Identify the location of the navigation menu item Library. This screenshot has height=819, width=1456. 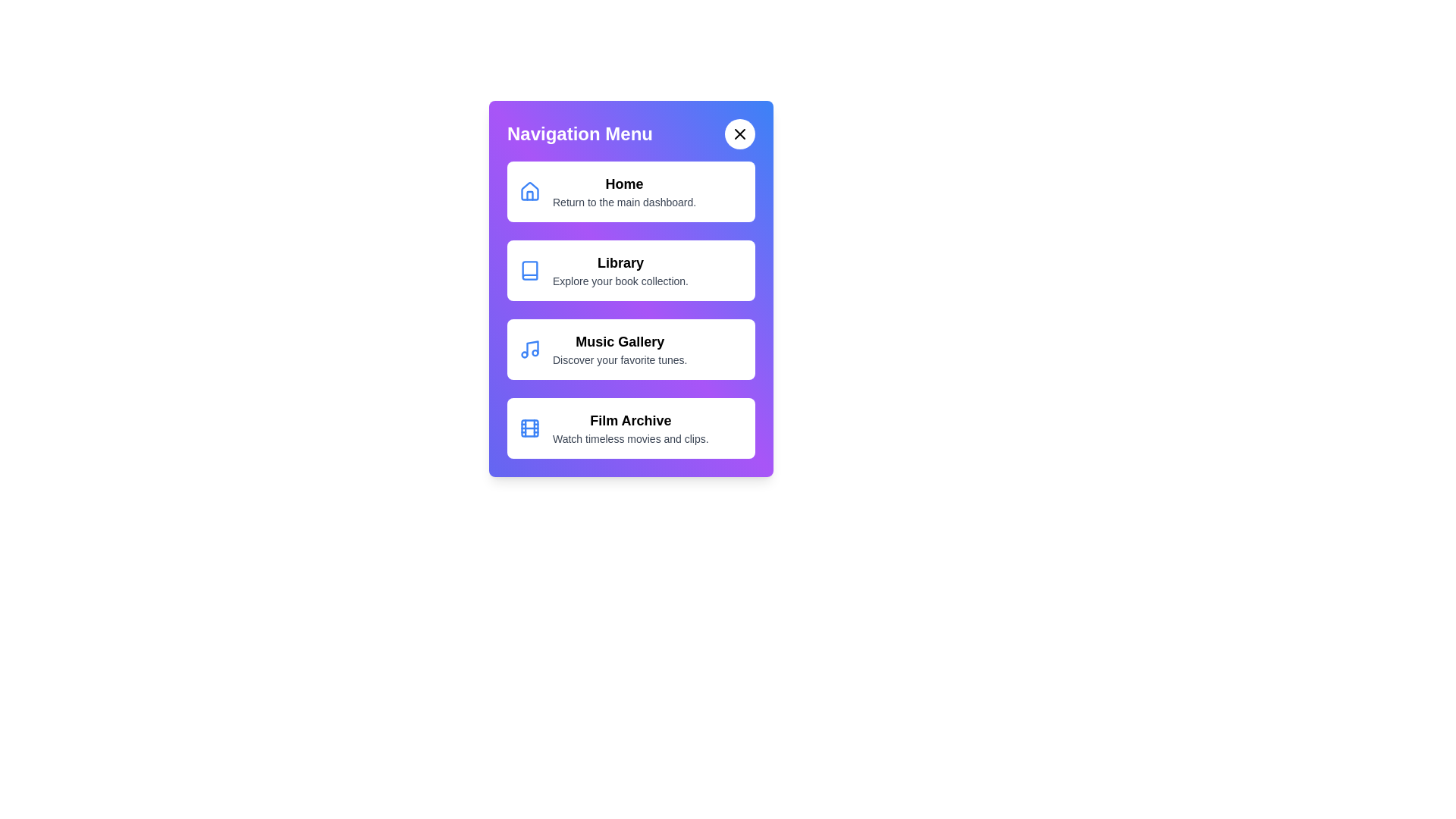
(631, 270).